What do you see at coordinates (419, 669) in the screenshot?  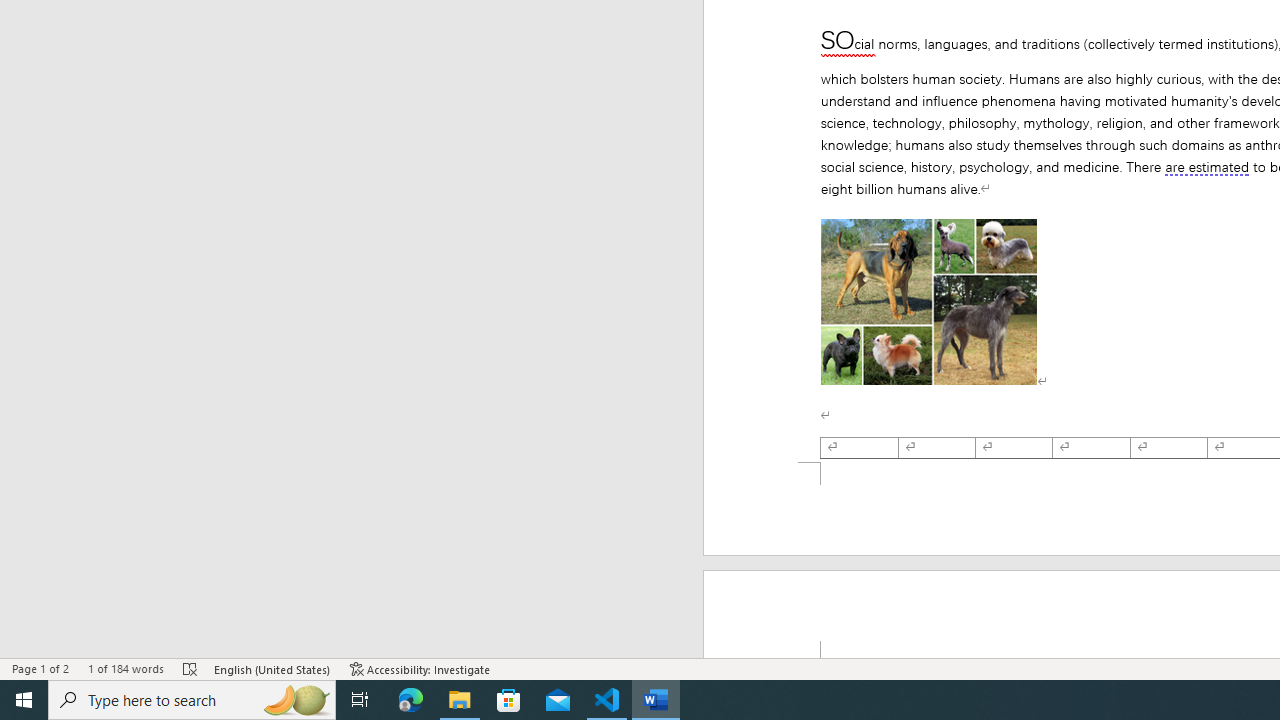 I see `'Accessibility Checker Accessibility: Investigate'` at bounding box center [419, 669].